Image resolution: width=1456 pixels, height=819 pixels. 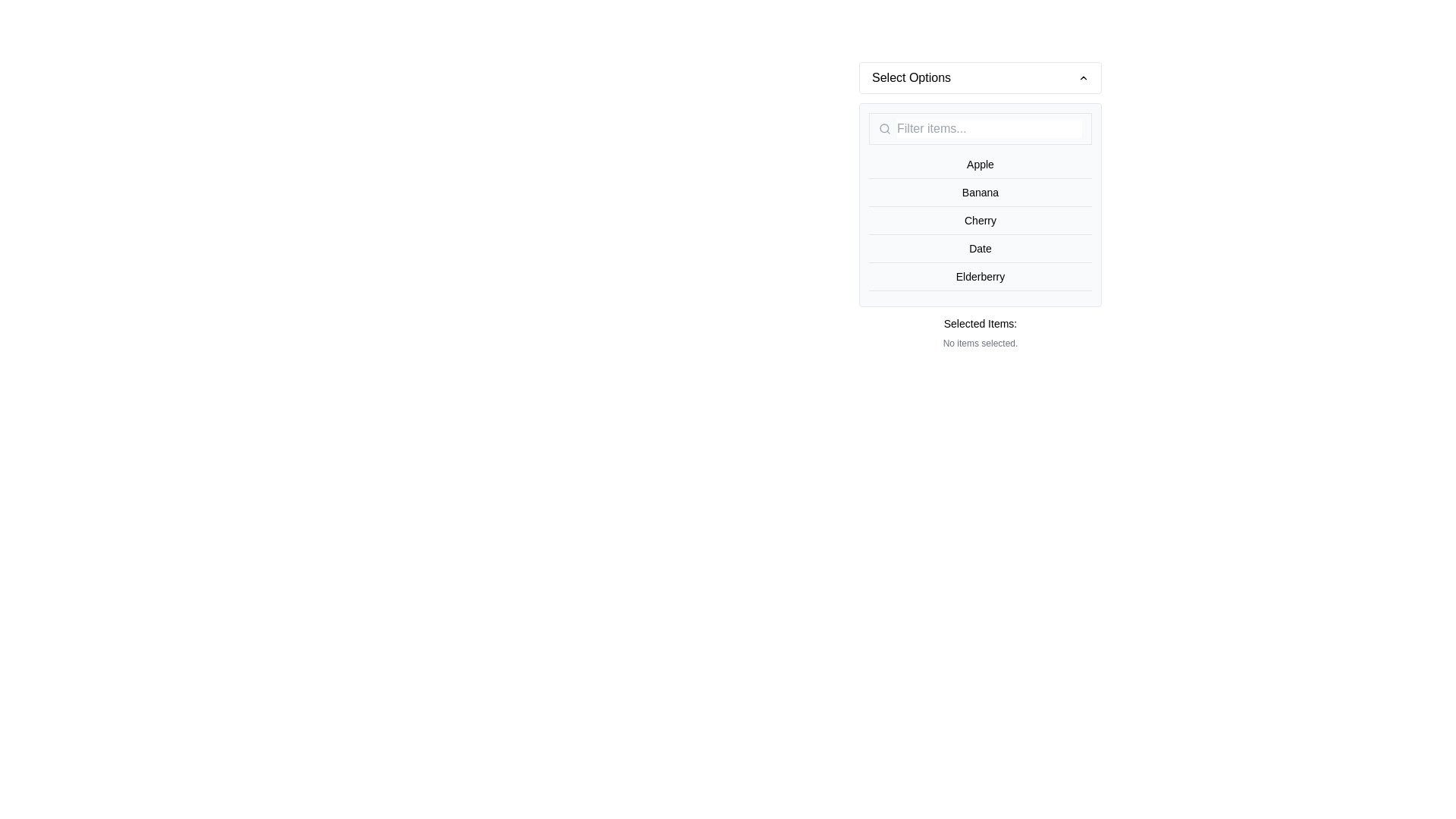 I want to click on the gray magnifying glass SVG icon, which represents the search function, located to the left of the input field labeled 'Filter items...', so click(x=884, y=127).